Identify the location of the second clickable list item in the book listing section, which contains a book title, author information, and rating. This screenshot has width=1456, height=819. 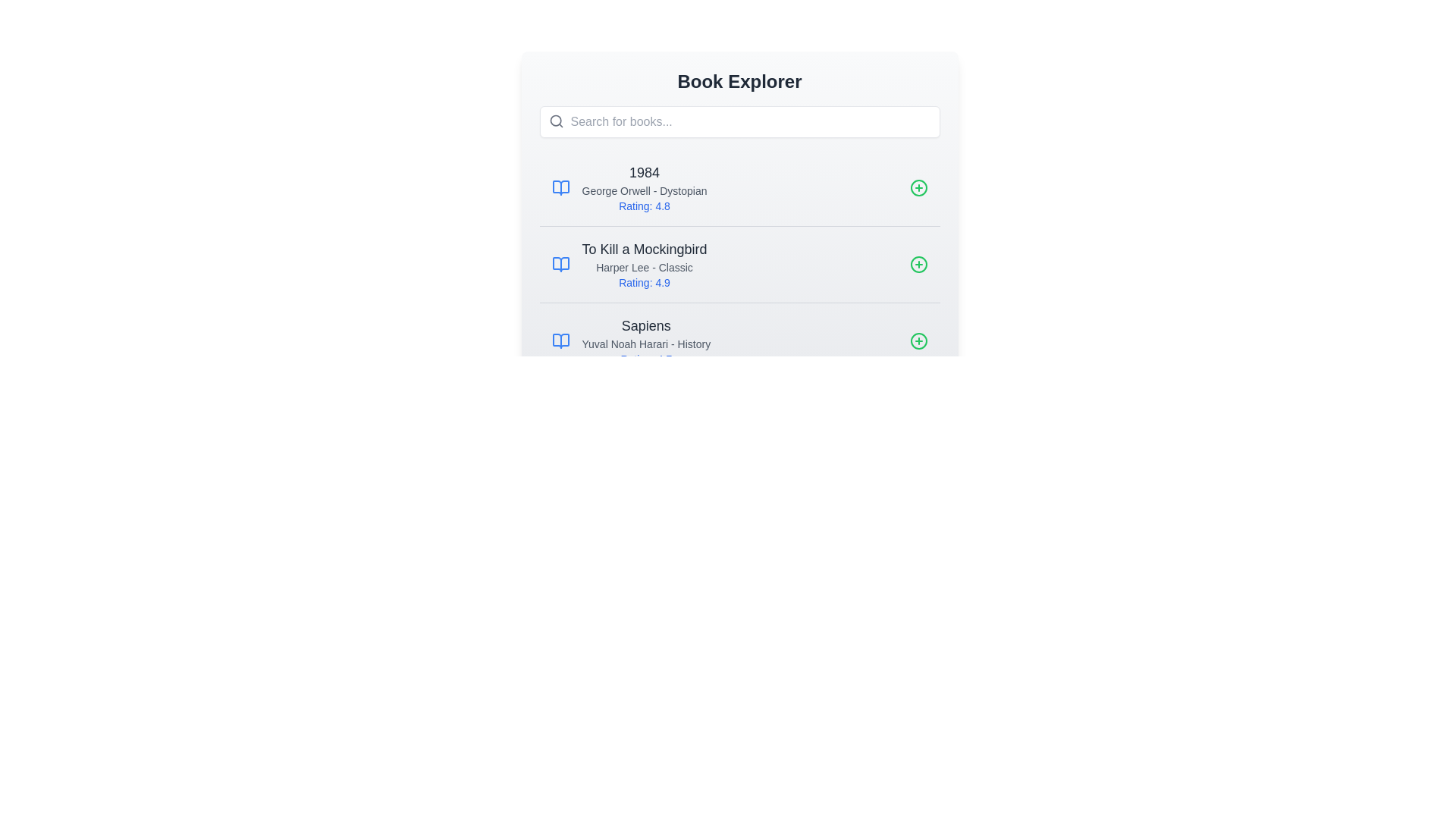
(739, 263).